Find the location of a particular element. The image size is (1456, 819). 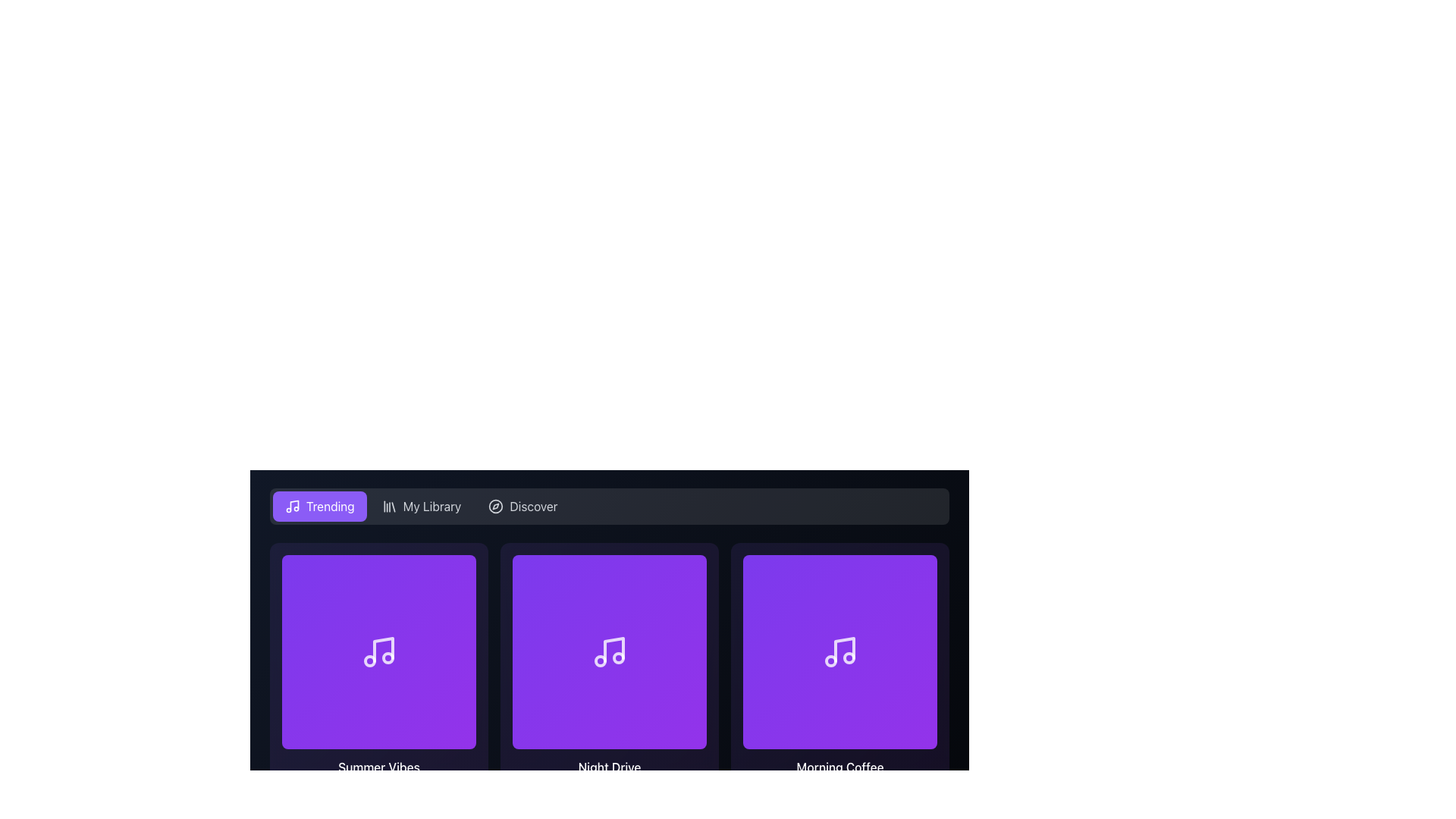

the minimalist compass icon located within the 'Discover' button in the horizontal navbar is located at coordinates (496, 506).